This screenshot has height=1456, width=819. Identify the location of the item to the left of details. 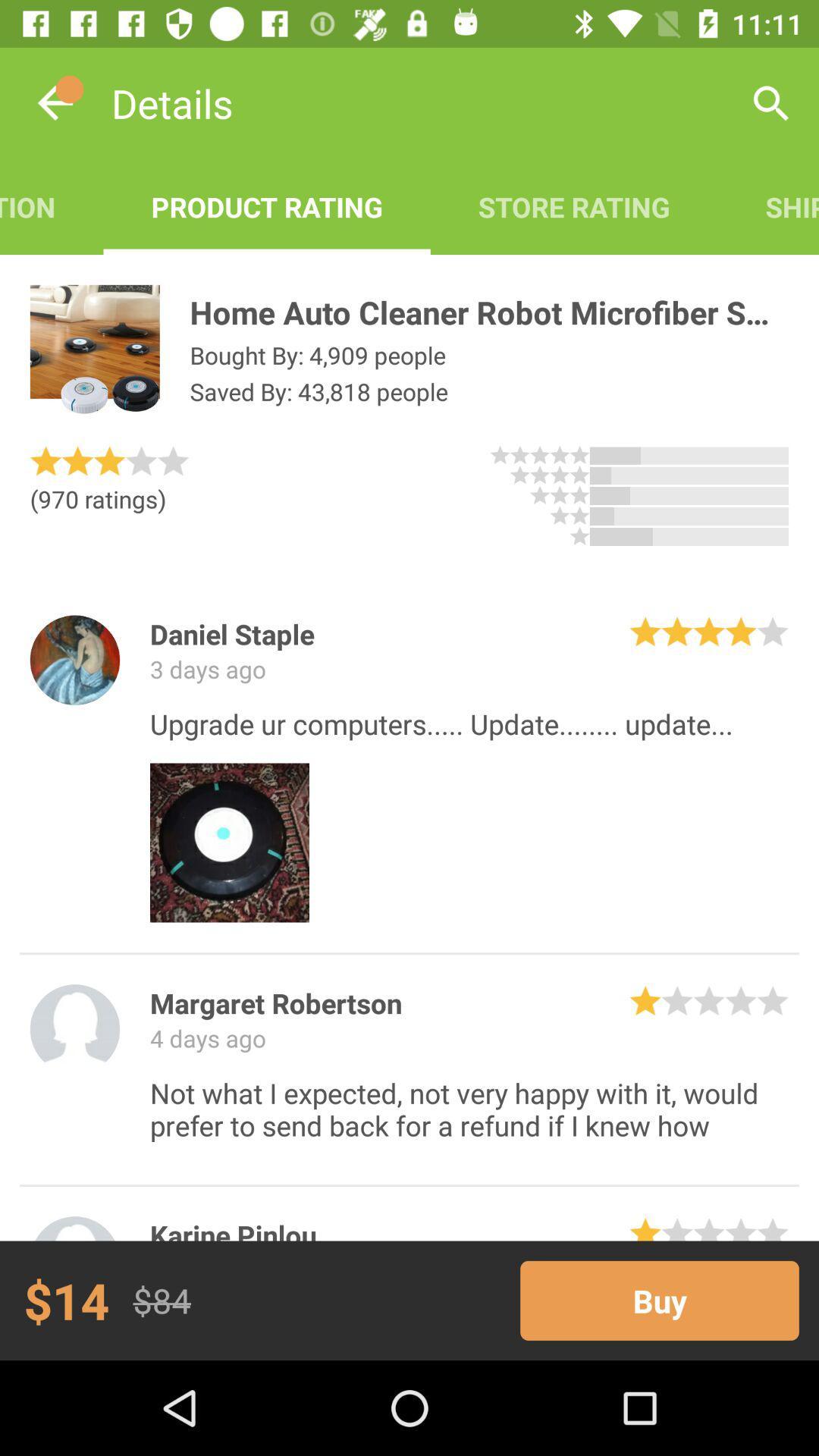
(55, 102).